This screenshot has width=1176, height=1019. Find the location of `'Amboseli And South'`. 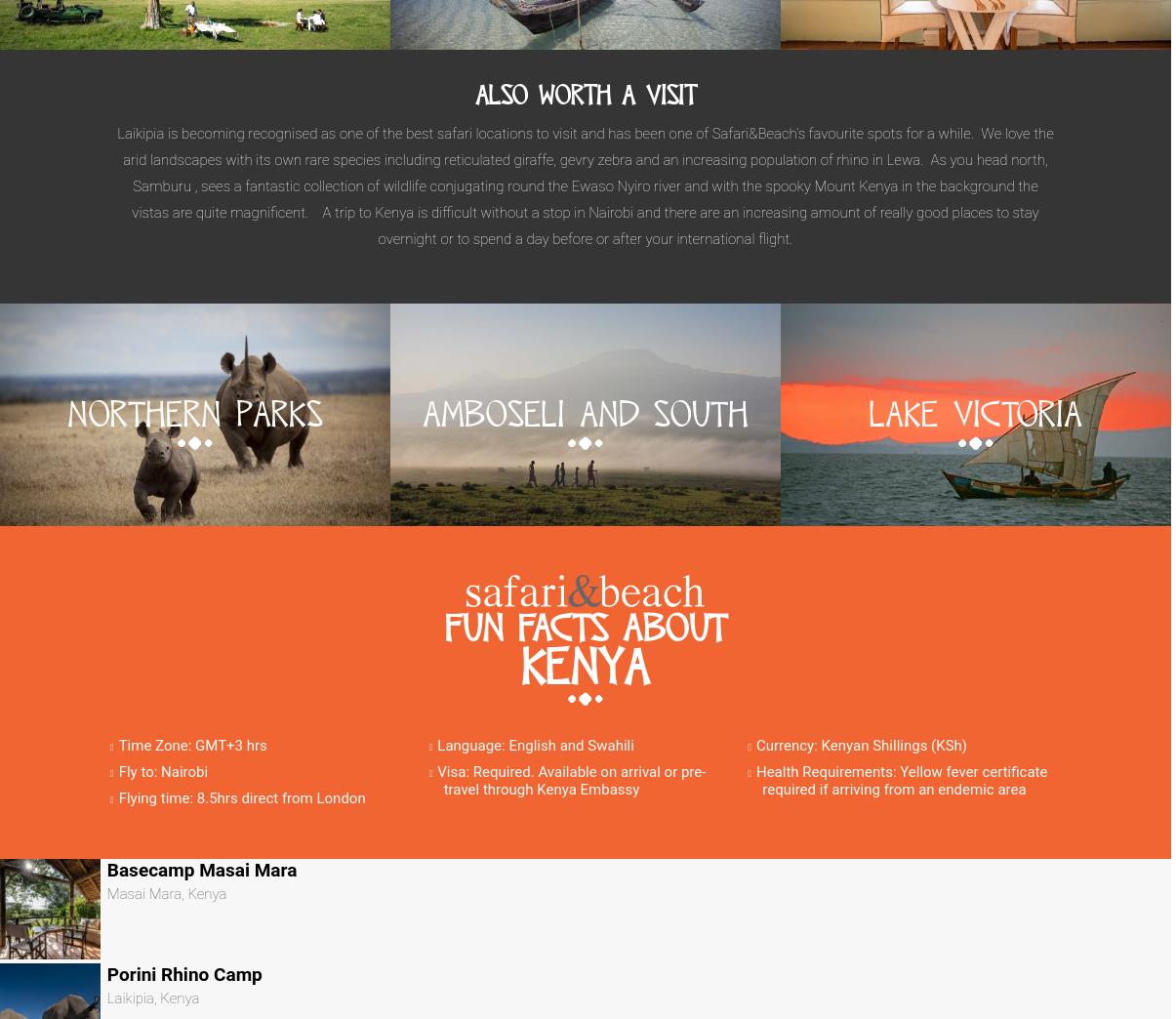

'Amboseli And South' is located at coordinates (584, 413).